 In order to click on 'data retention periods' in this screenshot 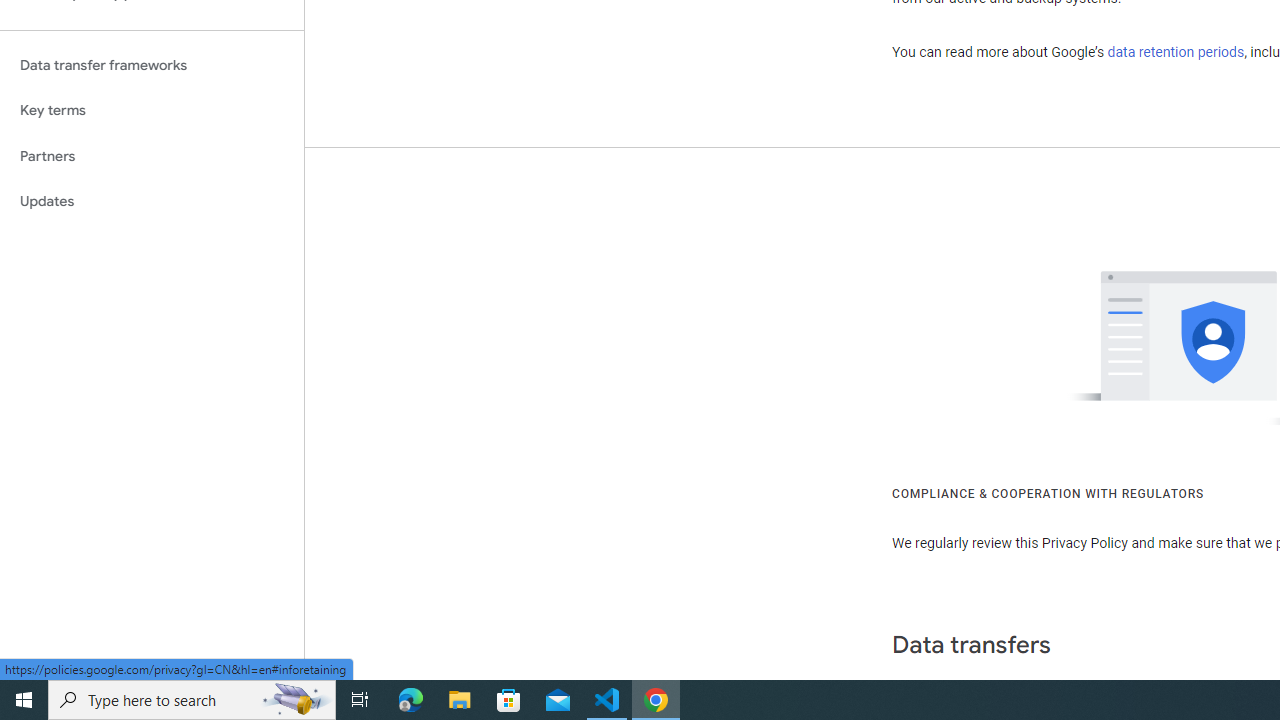, I will do `click(1176, 51)`.